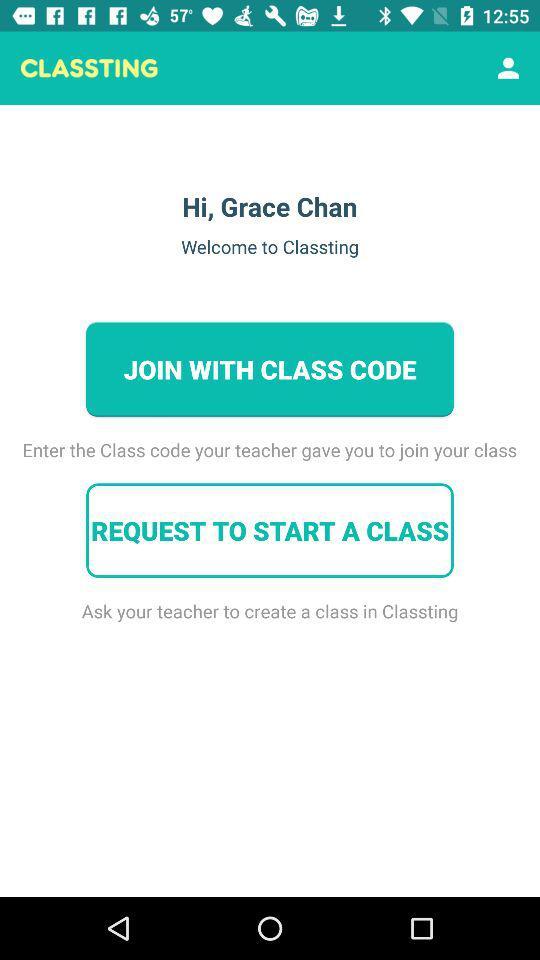 Image resolution: width=540 pixels, height=960 pixels. I want to click on the item below enter the class, so click(270, 529).